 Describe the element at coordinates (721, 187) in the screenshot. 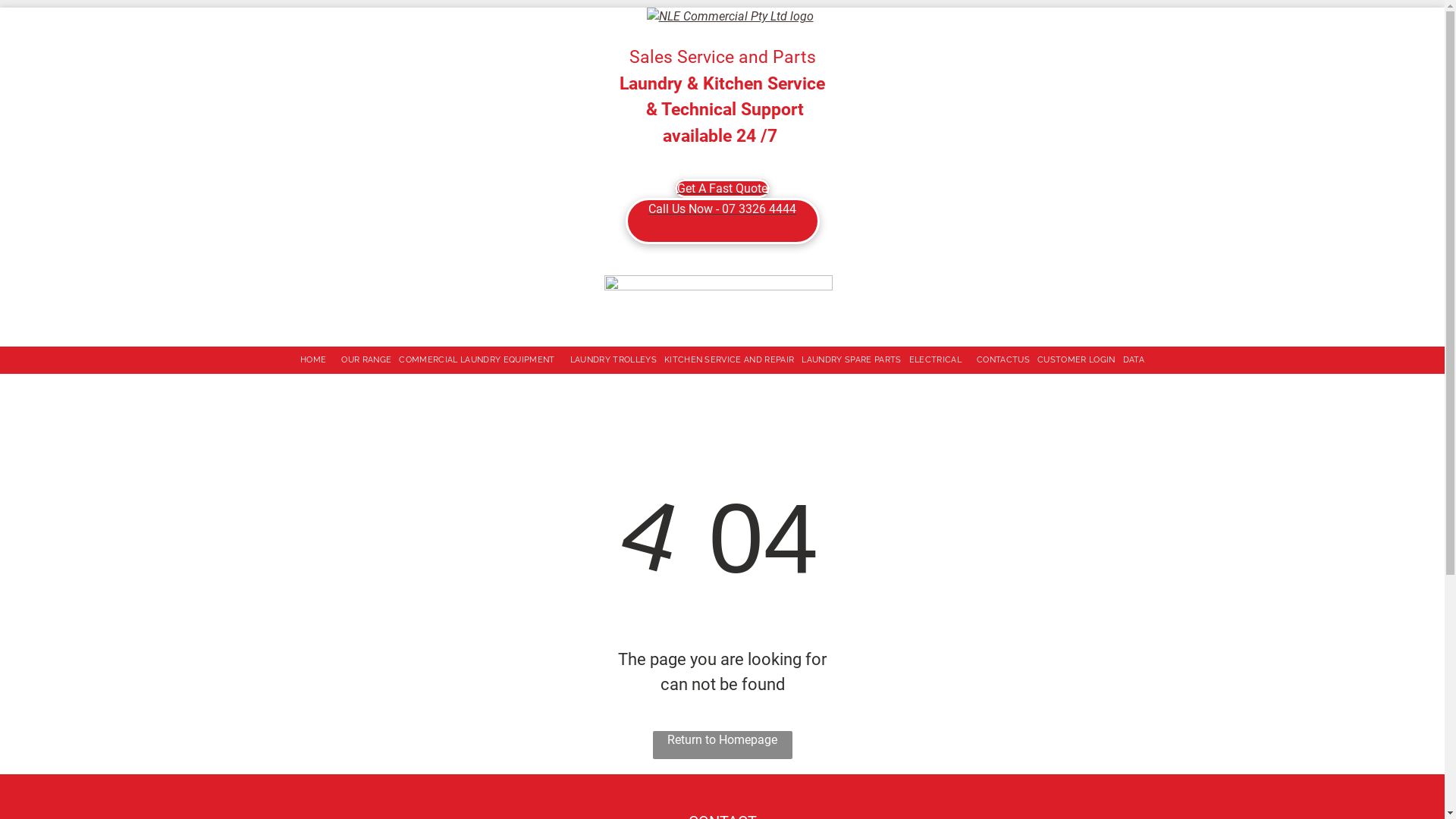

I see `'Get A Fast Quote'` at that location.